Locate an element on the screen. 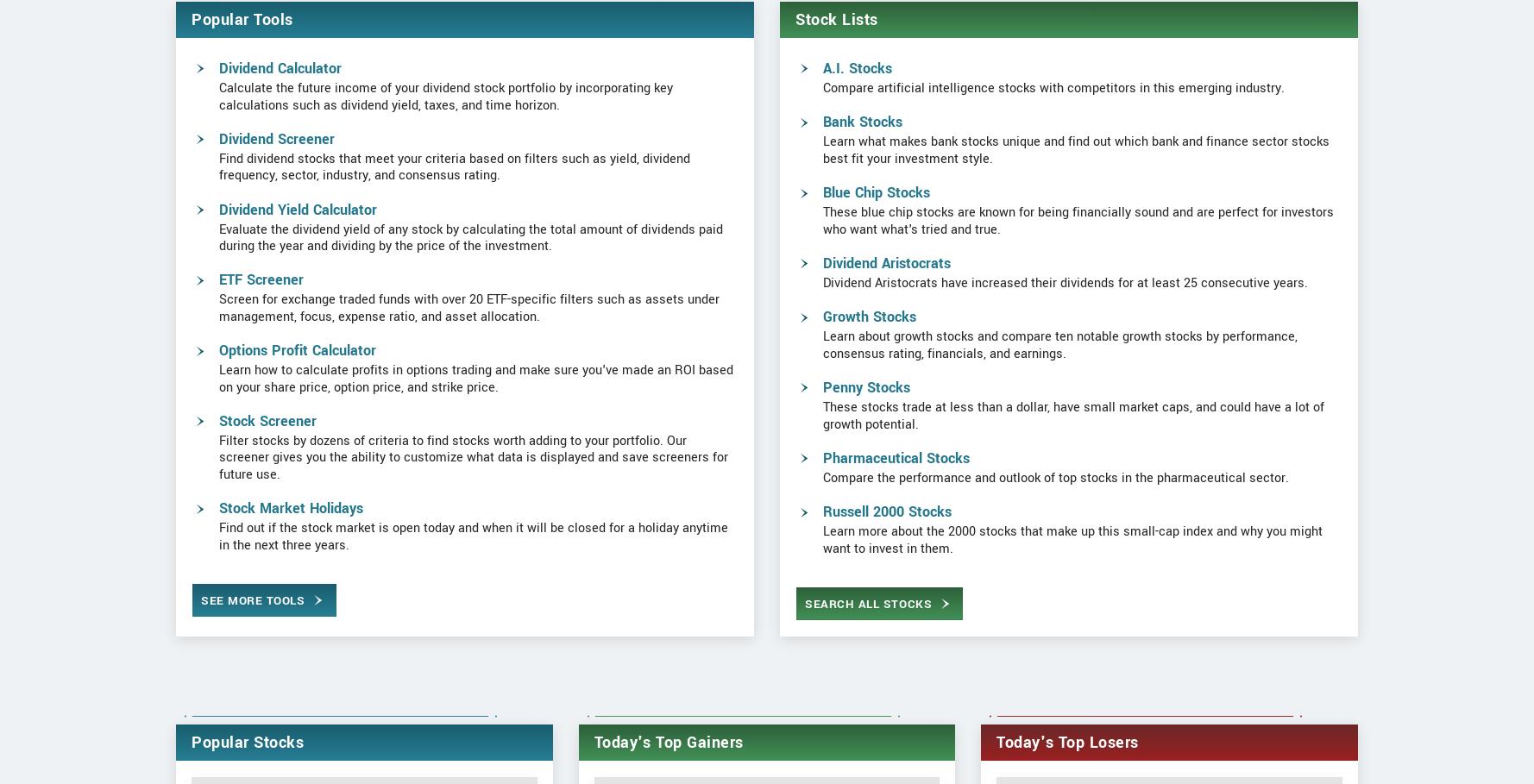 Image resolution: width=1534 pixels, height=784 pixels. 'Dividend Screener' is located at coordinates (275, 204).